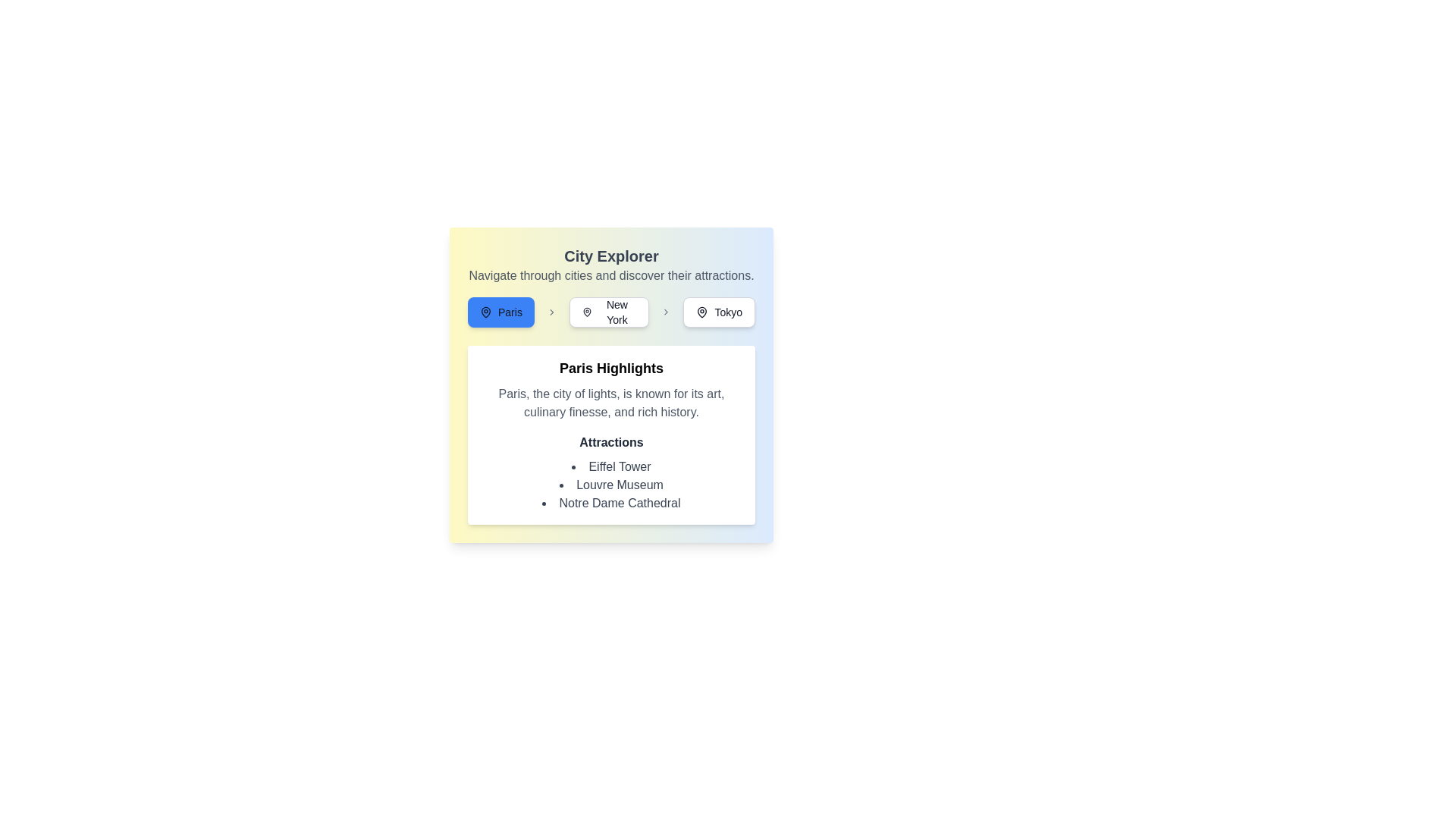  Describe the element at coordinates (611, 442) in the screenshot. I see `text content of the subheading that introduces the list of 'Attractions' located between the description 'Paris, the city of lights...' and the bullet-pointed list` at that location.